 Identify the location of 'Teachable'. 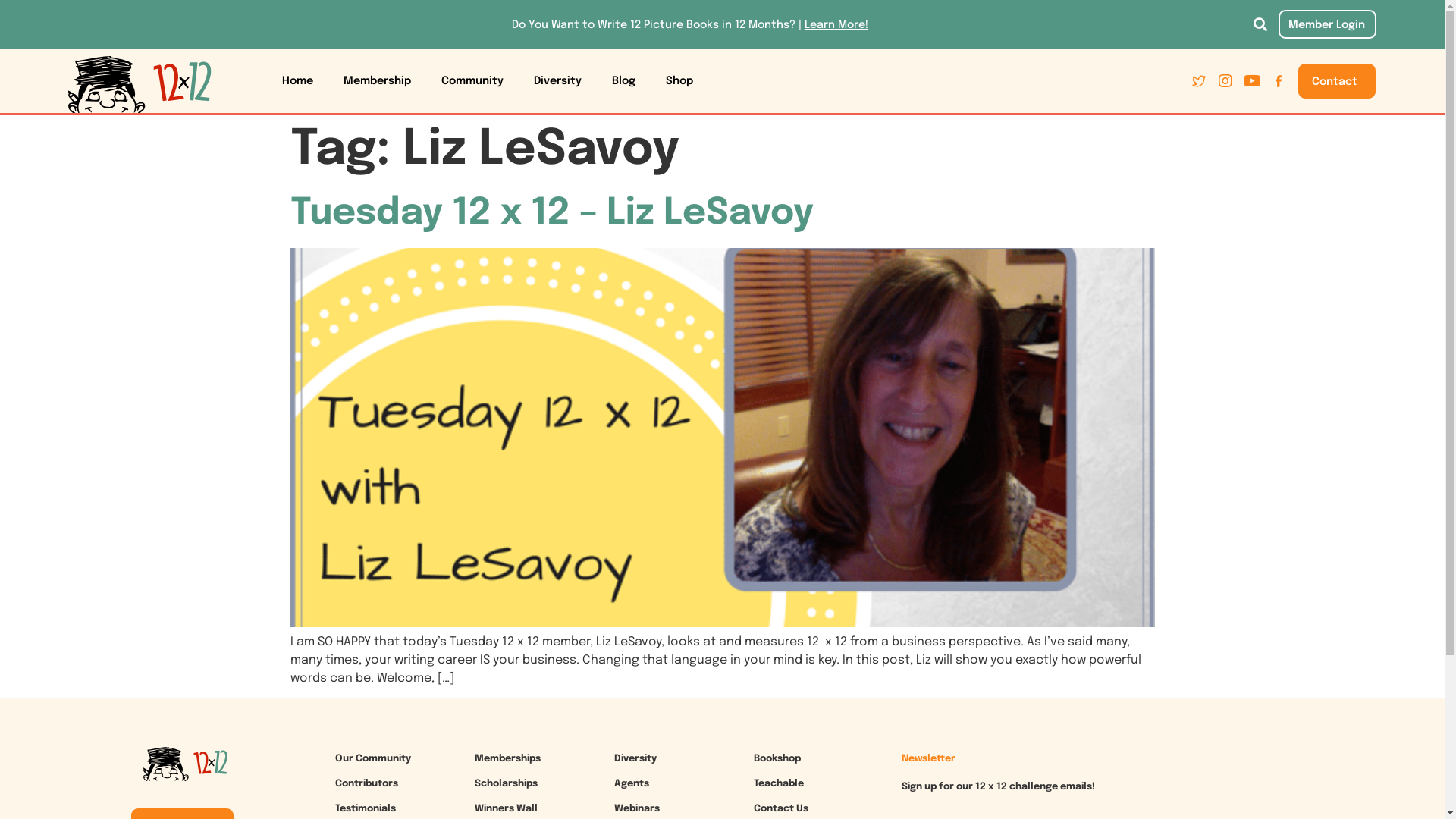
(779, 783).